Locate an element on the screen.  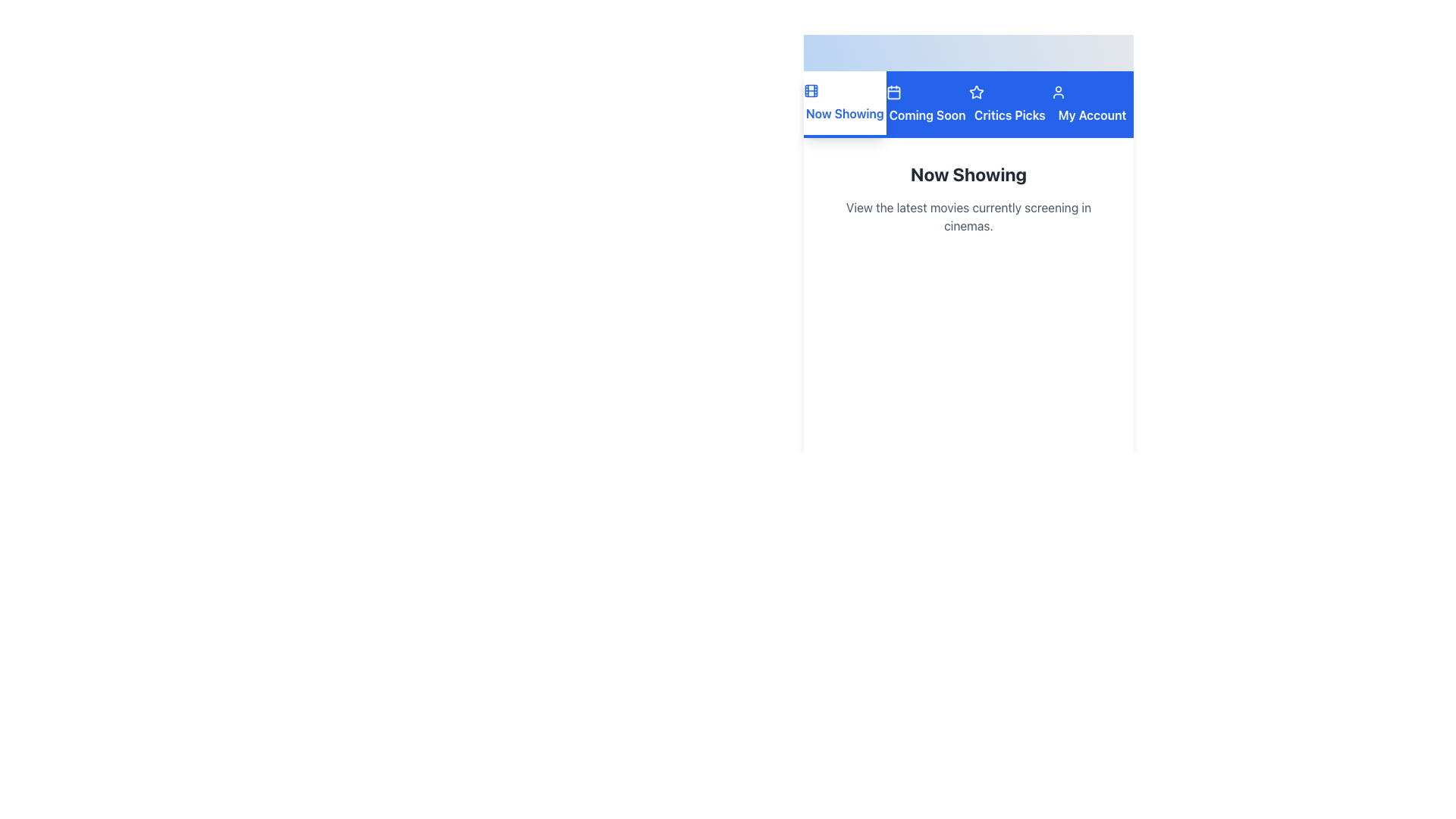
text element that provides a description for the 'Now Showing' section, located directly below the 'Now Showing' title is located at coordinates (968, 216).